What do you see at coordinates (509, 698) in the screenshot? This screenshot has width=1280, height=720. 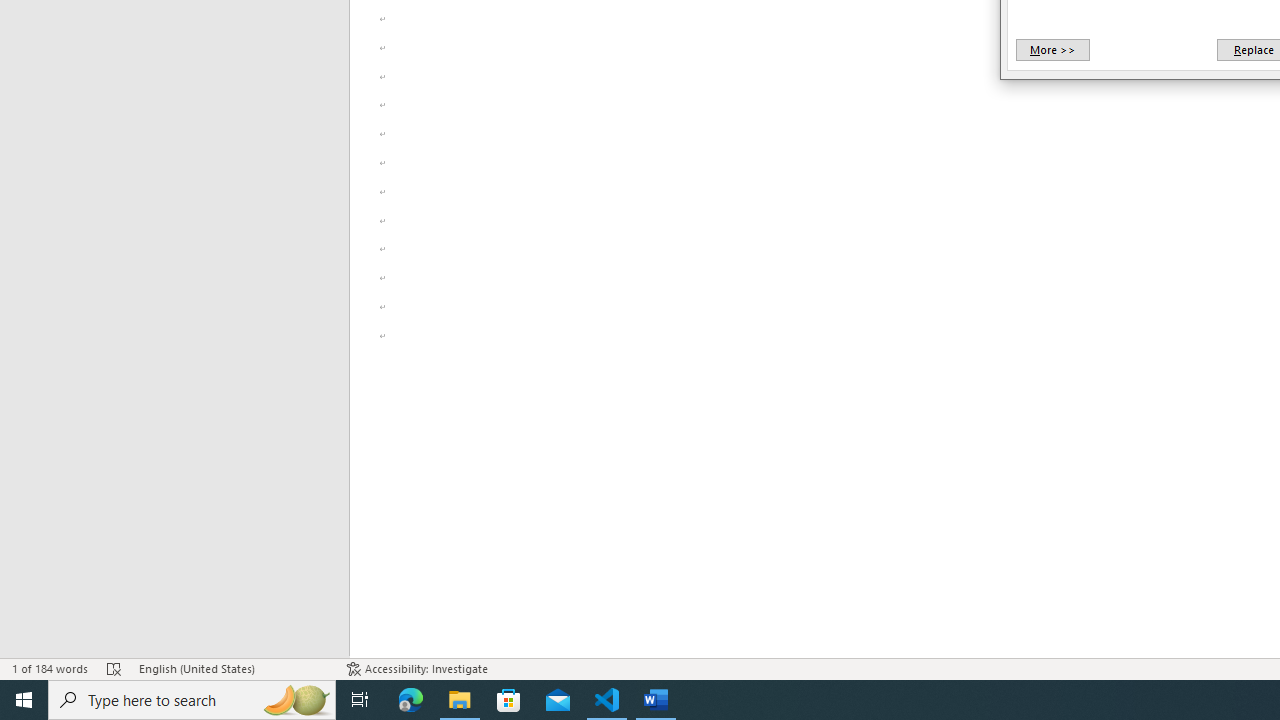 I see `'Microsoft Store'` at bounding box center [509, 698].